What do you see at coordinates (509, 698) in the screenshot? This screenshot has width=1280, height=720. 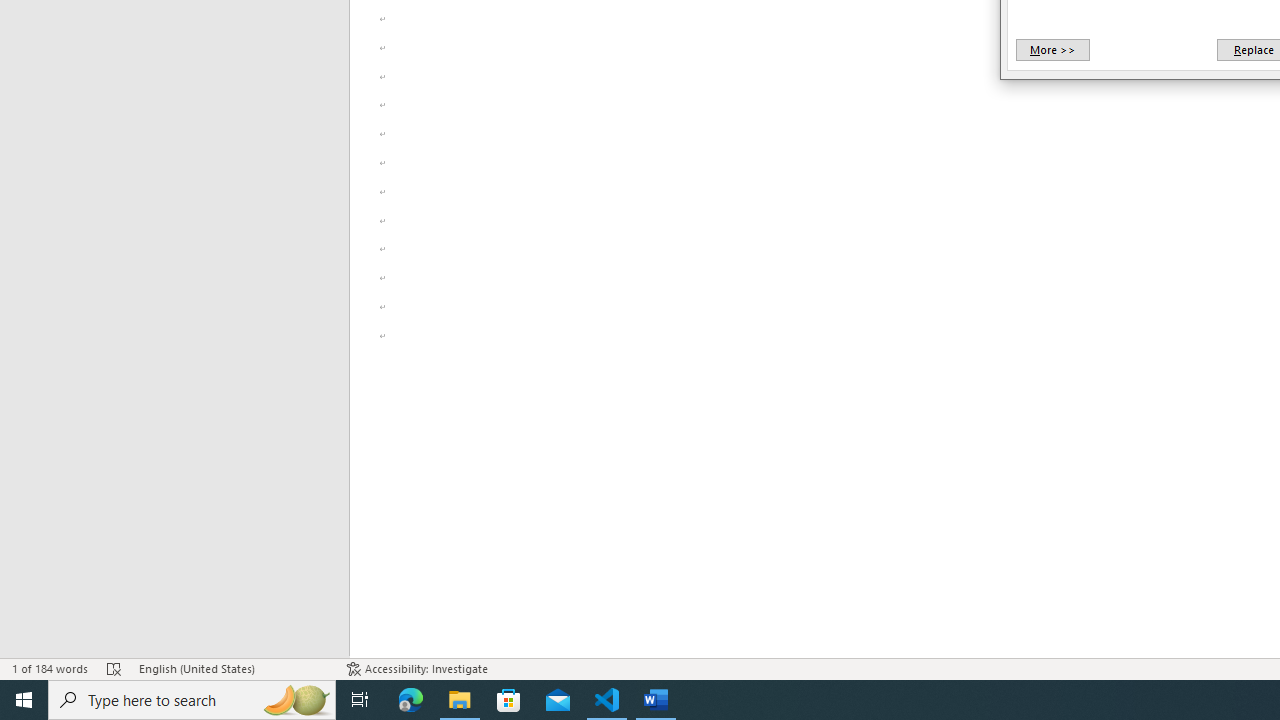 I see `'Microsoft Store'` at bounding box center [509, 698].